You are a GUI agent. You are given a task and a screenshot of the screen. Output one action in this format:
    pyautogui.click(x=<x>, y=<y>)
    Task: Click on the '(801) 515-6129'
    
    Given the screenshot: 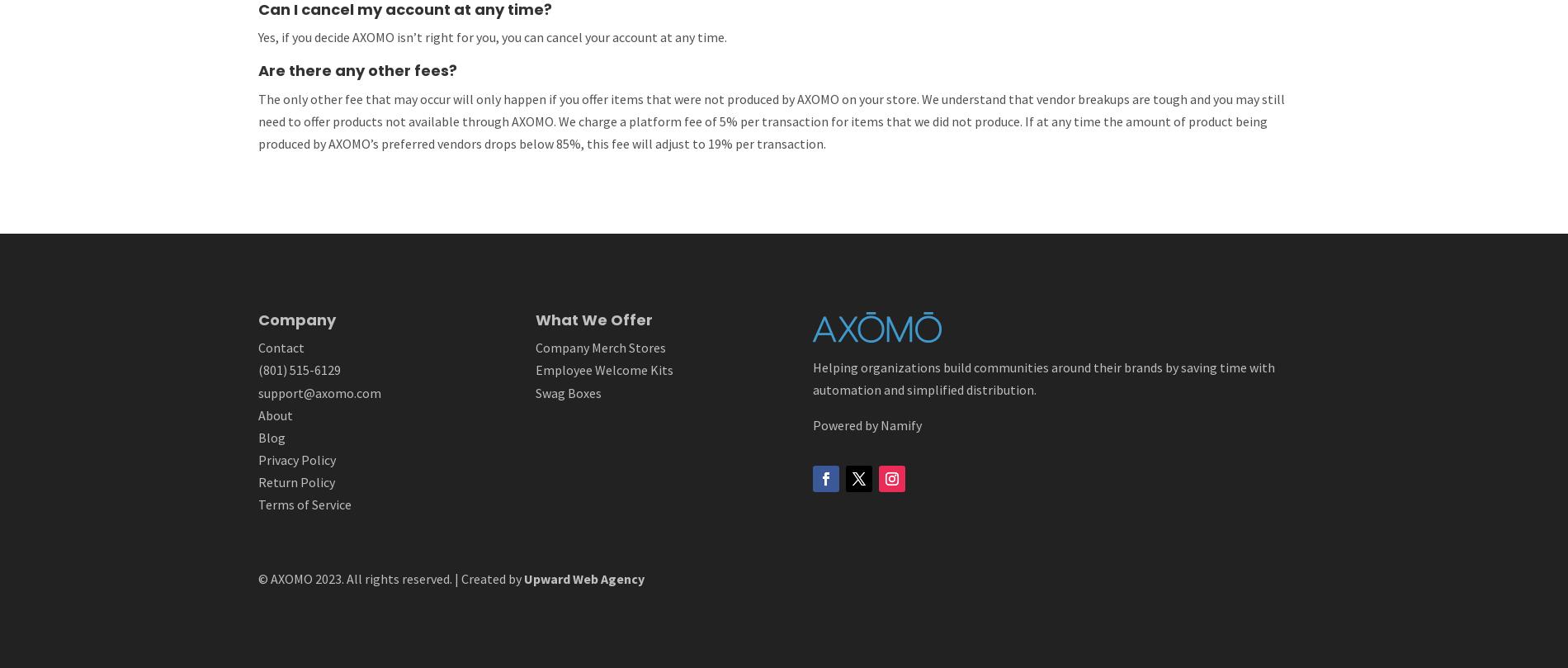 What is the action you would take?
    pyautogui.click(x=297, y=369)
    